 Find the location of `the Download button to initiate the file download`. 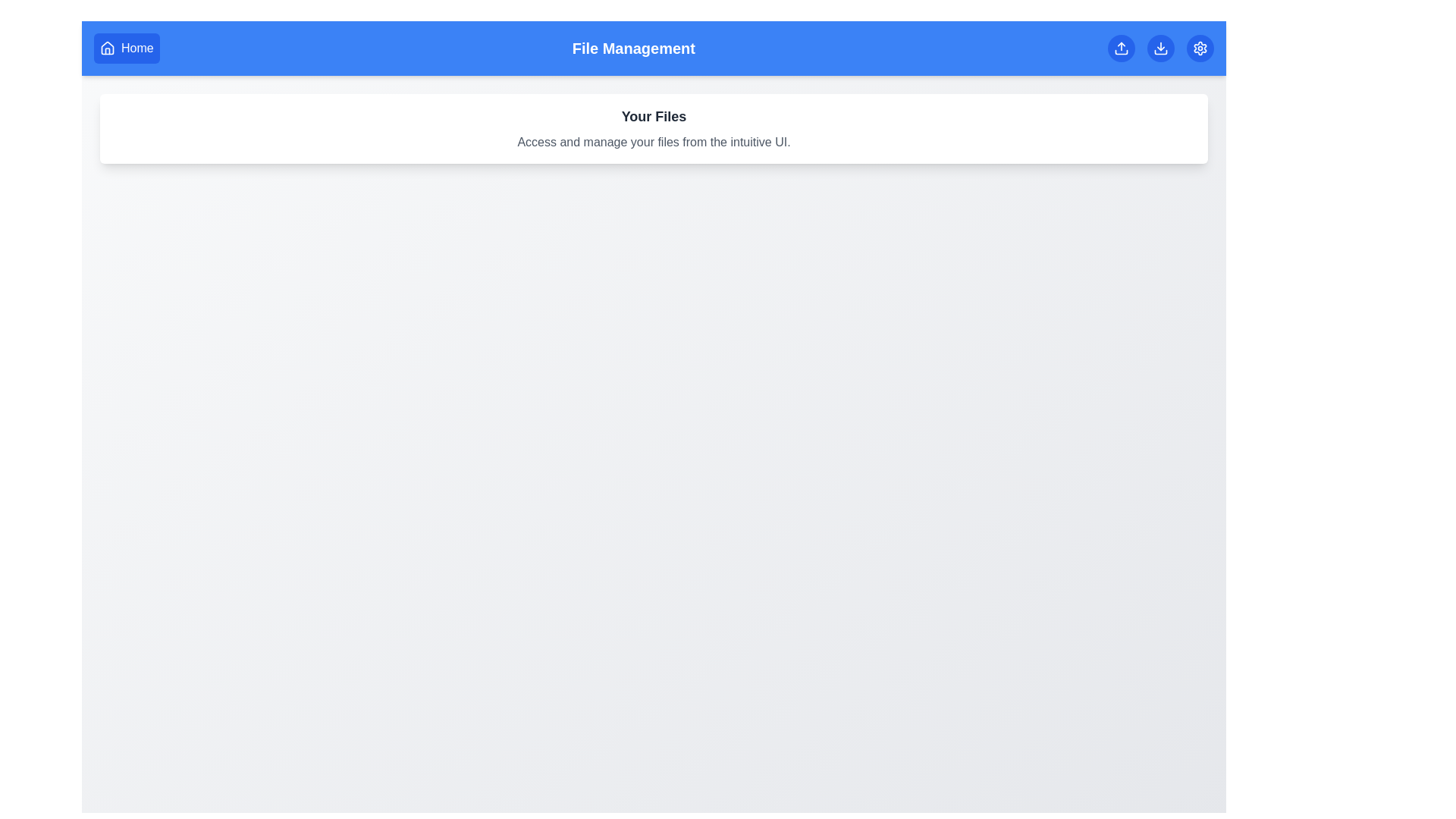

the Download button to initiate the file download is located at coordinates (1160, 48).